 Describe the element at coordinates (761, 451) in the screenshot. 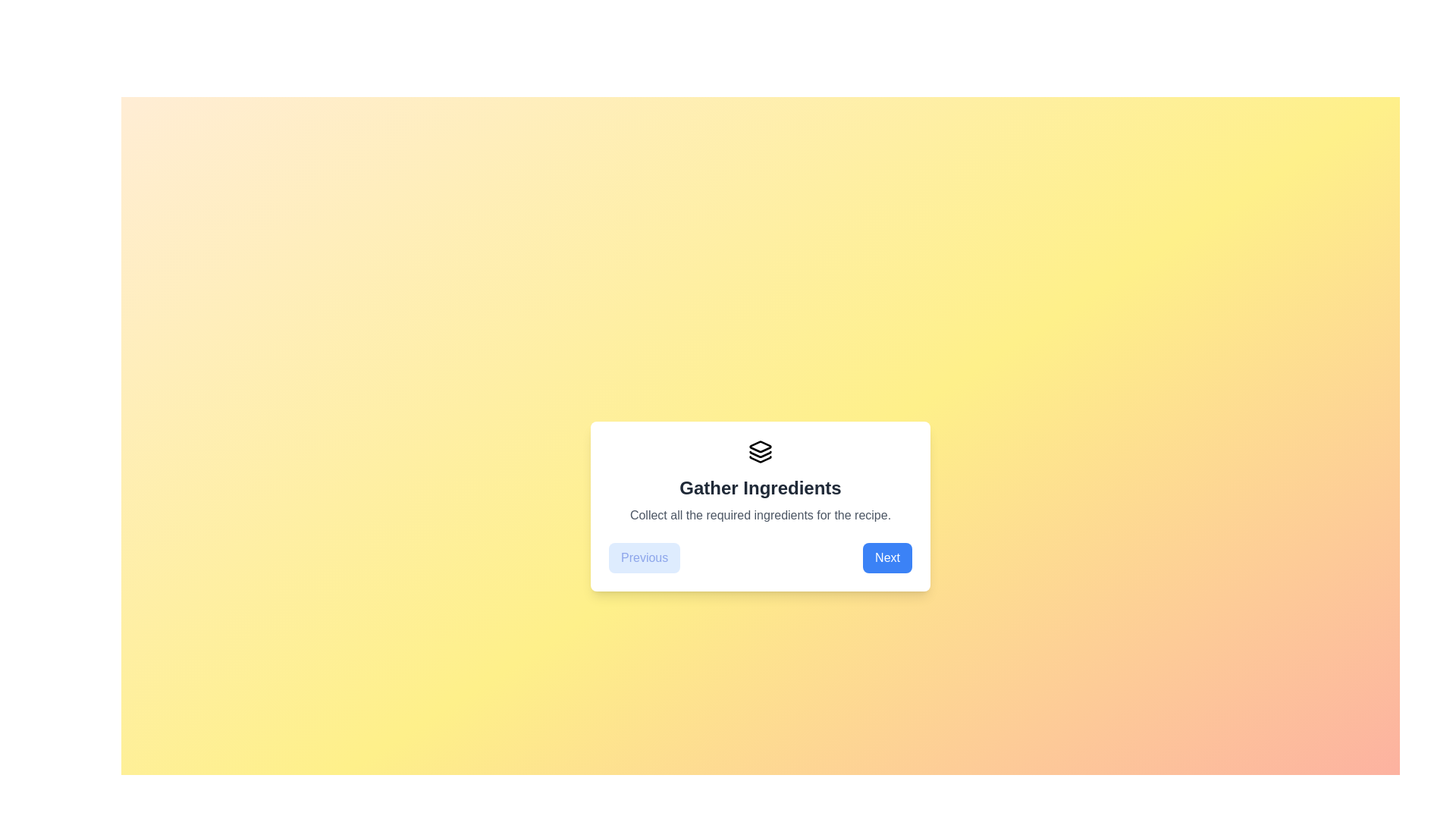

I see `the icon representing the current step to observe its details` at that location.